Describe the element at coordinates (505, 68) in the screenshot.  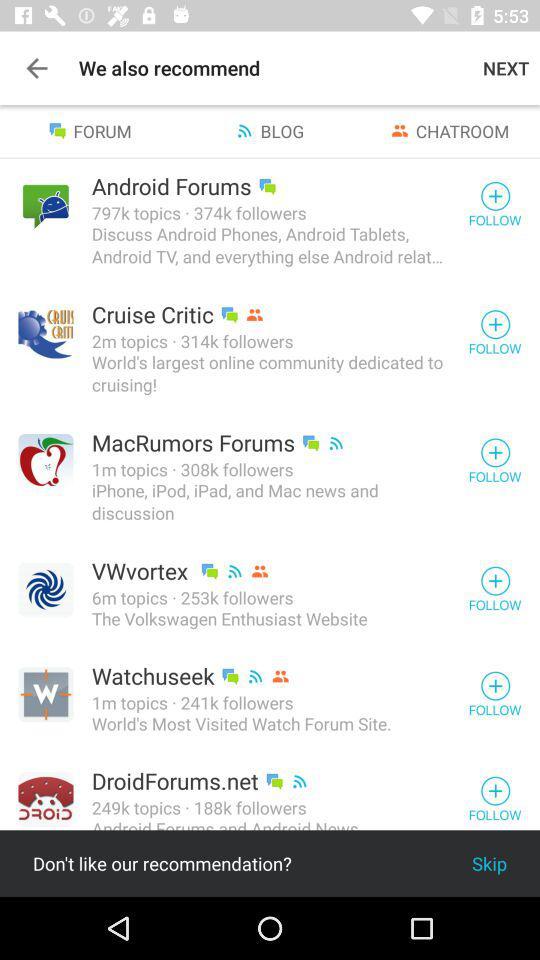
I see `the next item` at that location.